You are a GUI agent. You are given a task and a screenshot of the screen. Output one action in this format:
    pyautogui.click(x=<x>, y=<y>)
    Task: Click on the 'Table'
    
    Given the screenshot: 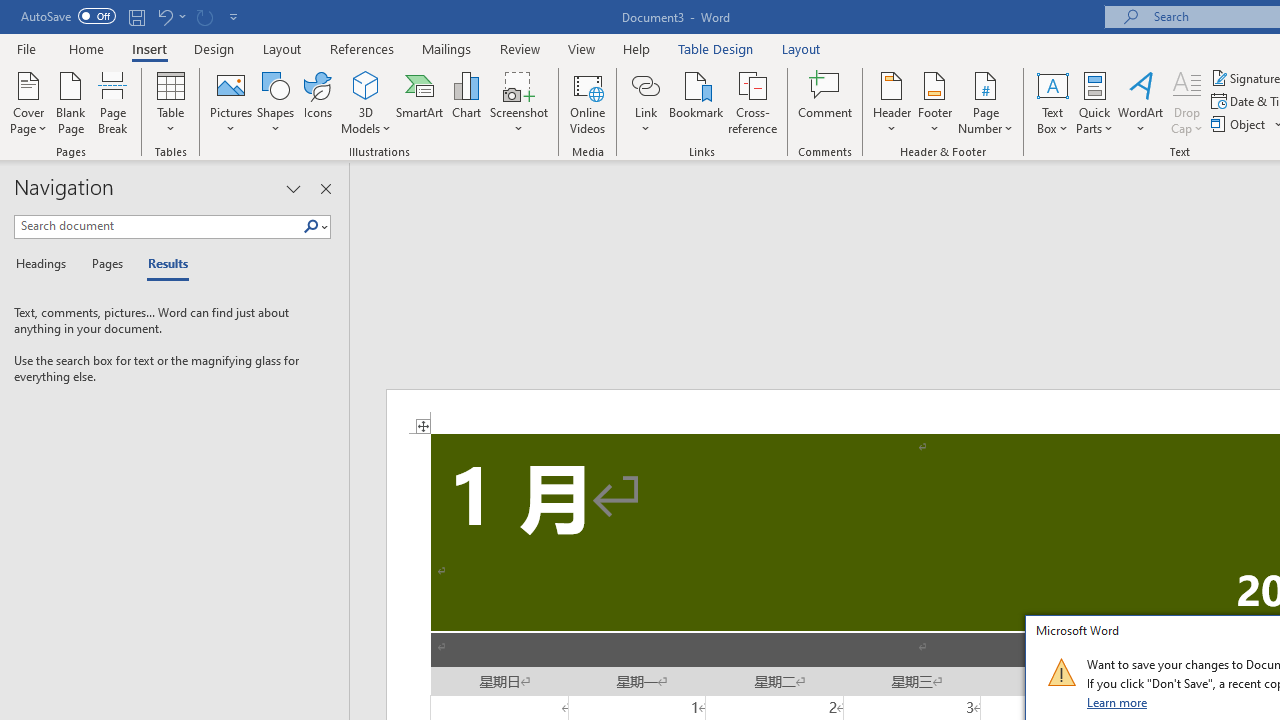 What is the action you would take?
    pyautogui.click(x=170, y=103)
    